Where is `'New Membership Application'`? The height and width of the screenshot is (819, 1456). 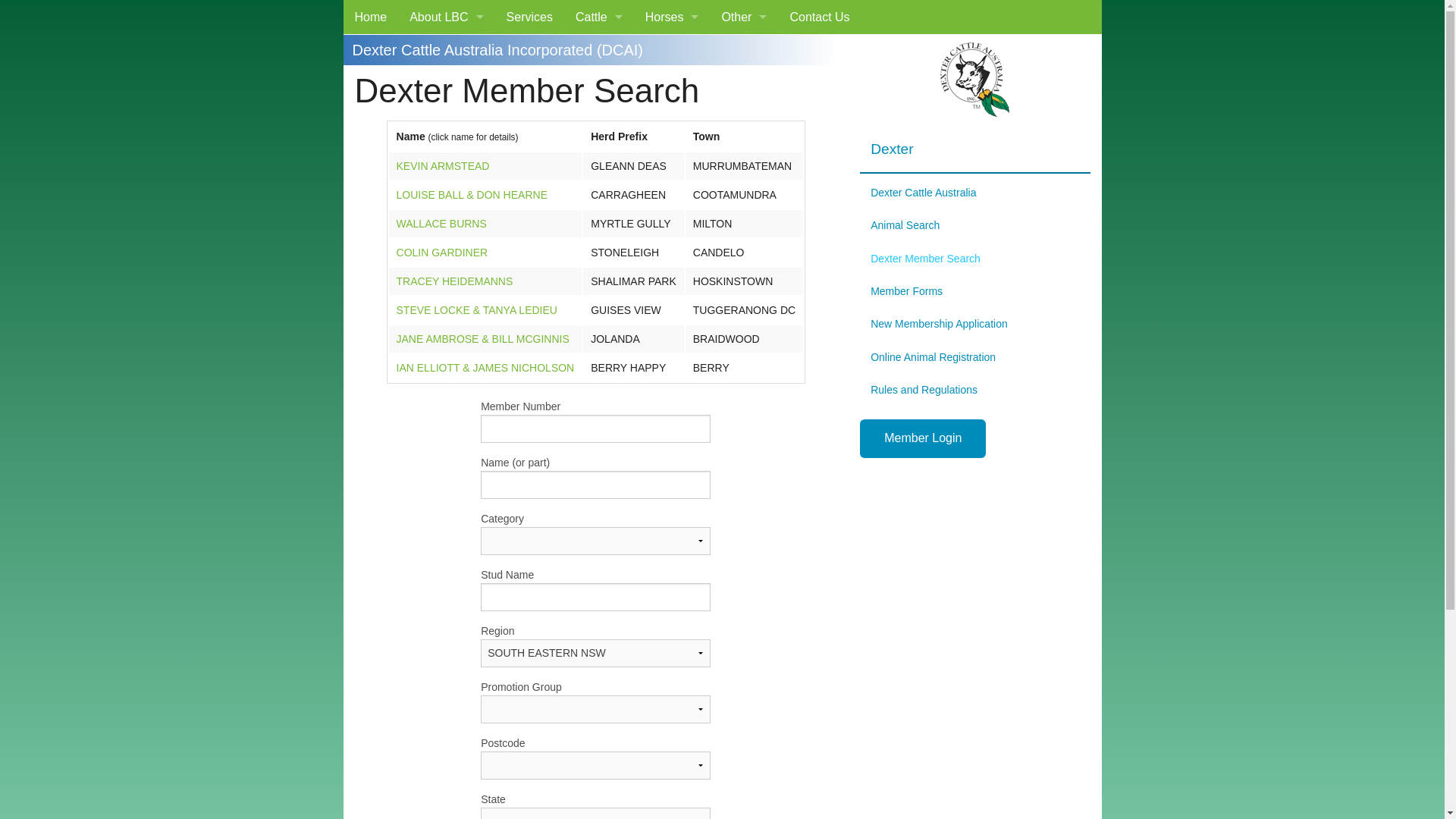
'New Membership Application' is located at coordinates (859, 323).